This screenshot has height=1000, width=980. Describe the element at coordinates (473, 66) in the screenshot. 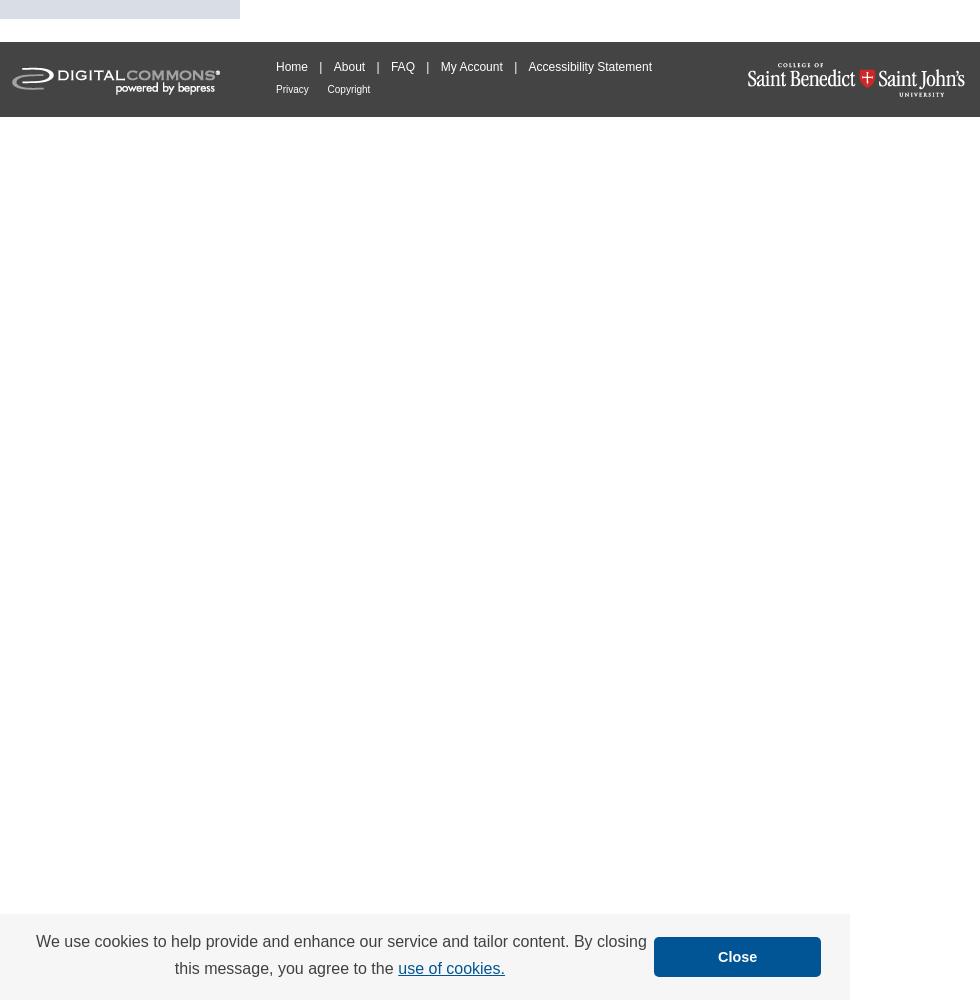

I see `'My Account'` at that location.